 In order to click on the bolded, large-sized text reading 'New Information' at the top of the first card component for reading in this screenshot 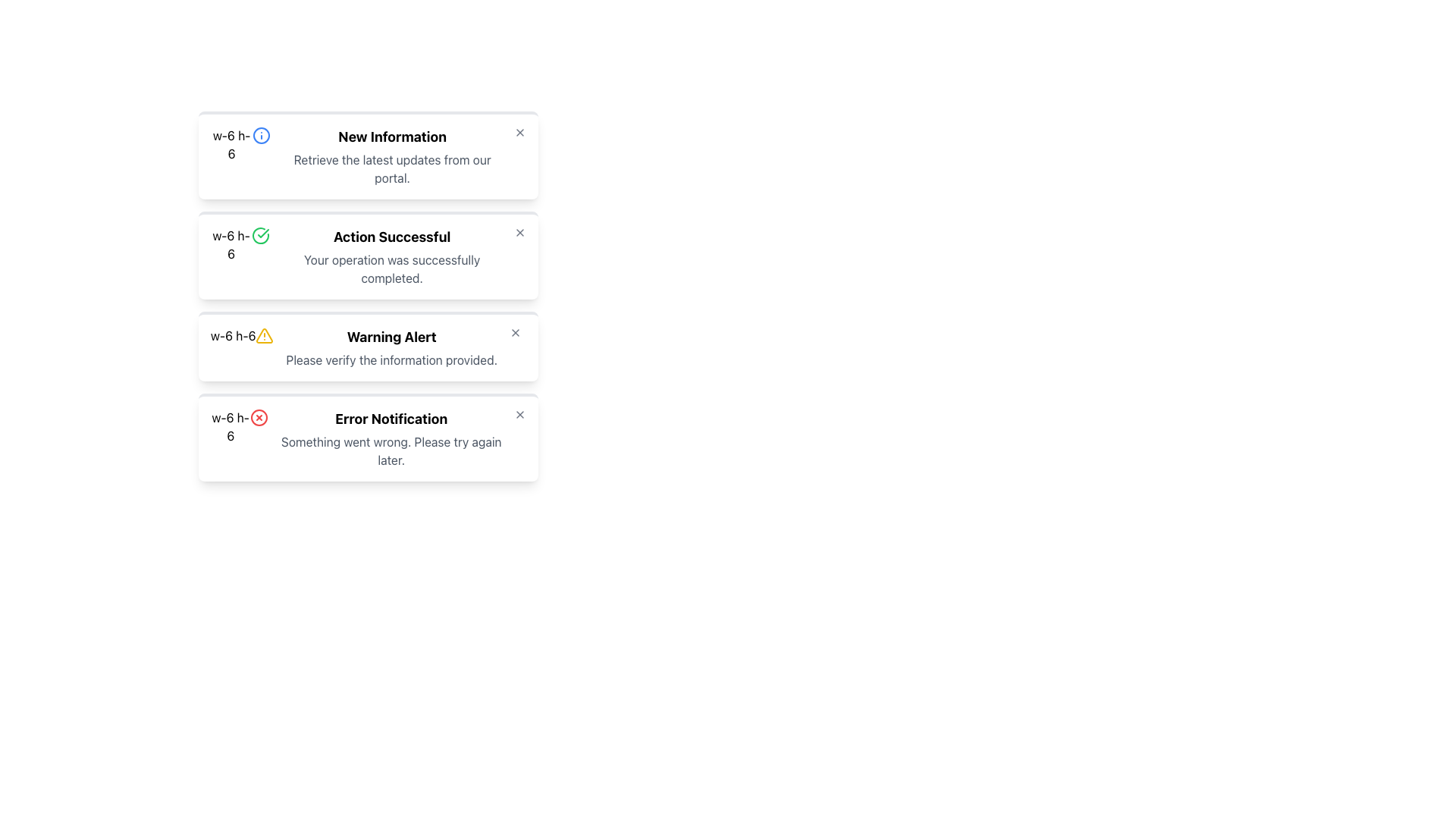, I will do `click(392, 137)`.